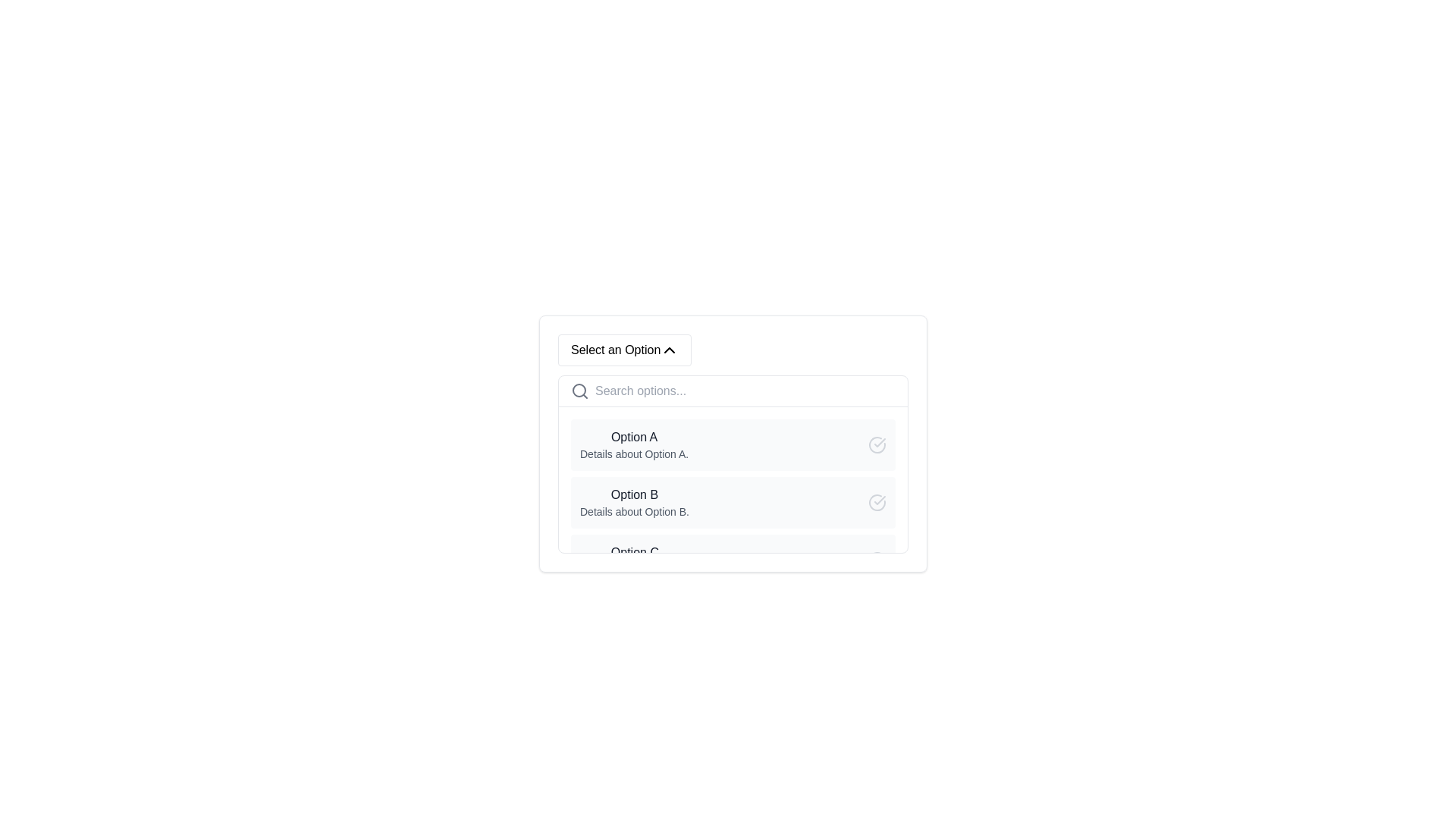 Image resolution: width=1456 pixels, height=819 pixels. Describe the element at coordinates (880, 500) in the screenshot. I see `the checkmark icon within the dropdown list interface, which is styled with a rounded stroke and is displayed in gray-toned color as part of the selection feedback` at that location.